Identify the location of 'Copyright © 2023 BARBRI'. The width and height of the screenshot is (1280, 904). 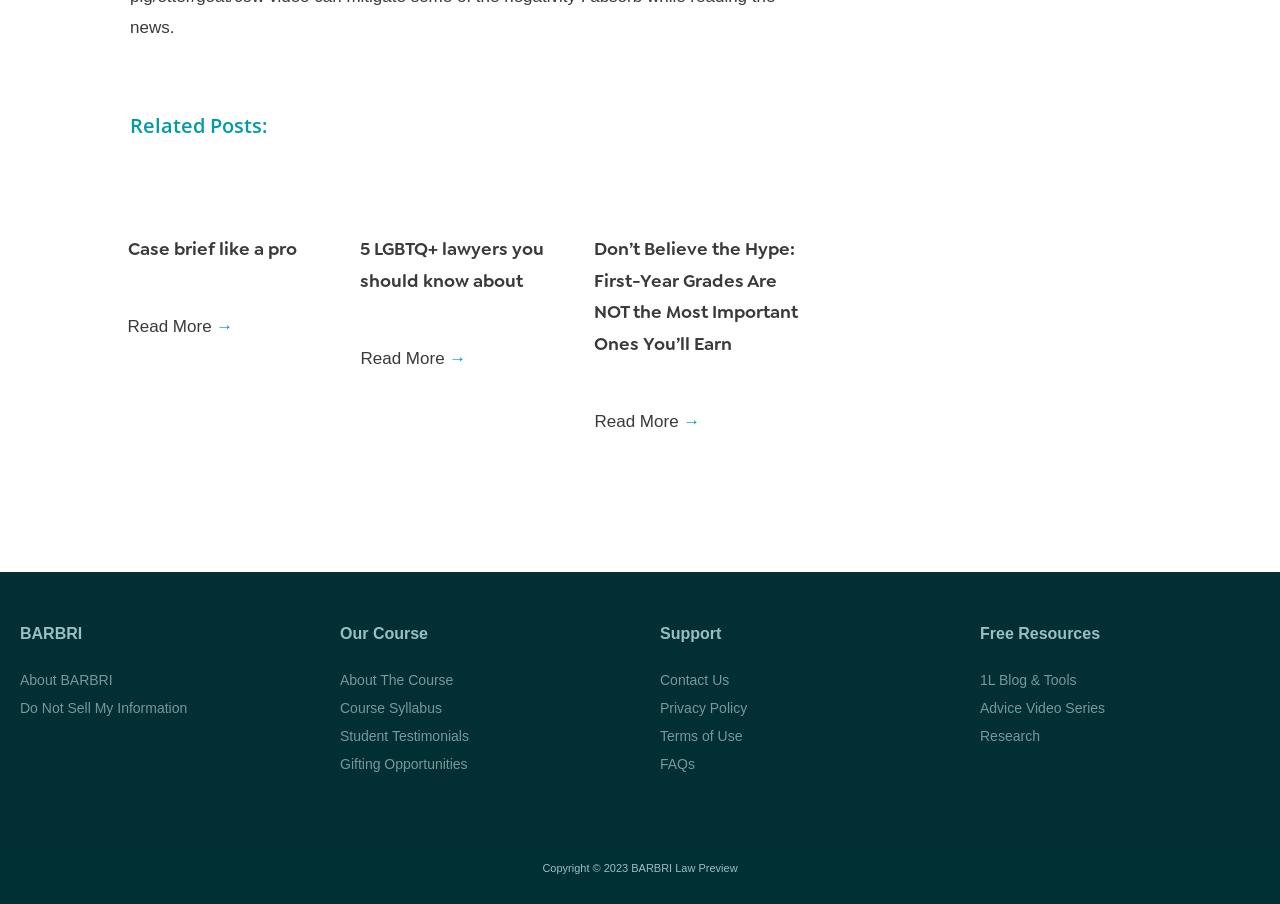
(607, 867).